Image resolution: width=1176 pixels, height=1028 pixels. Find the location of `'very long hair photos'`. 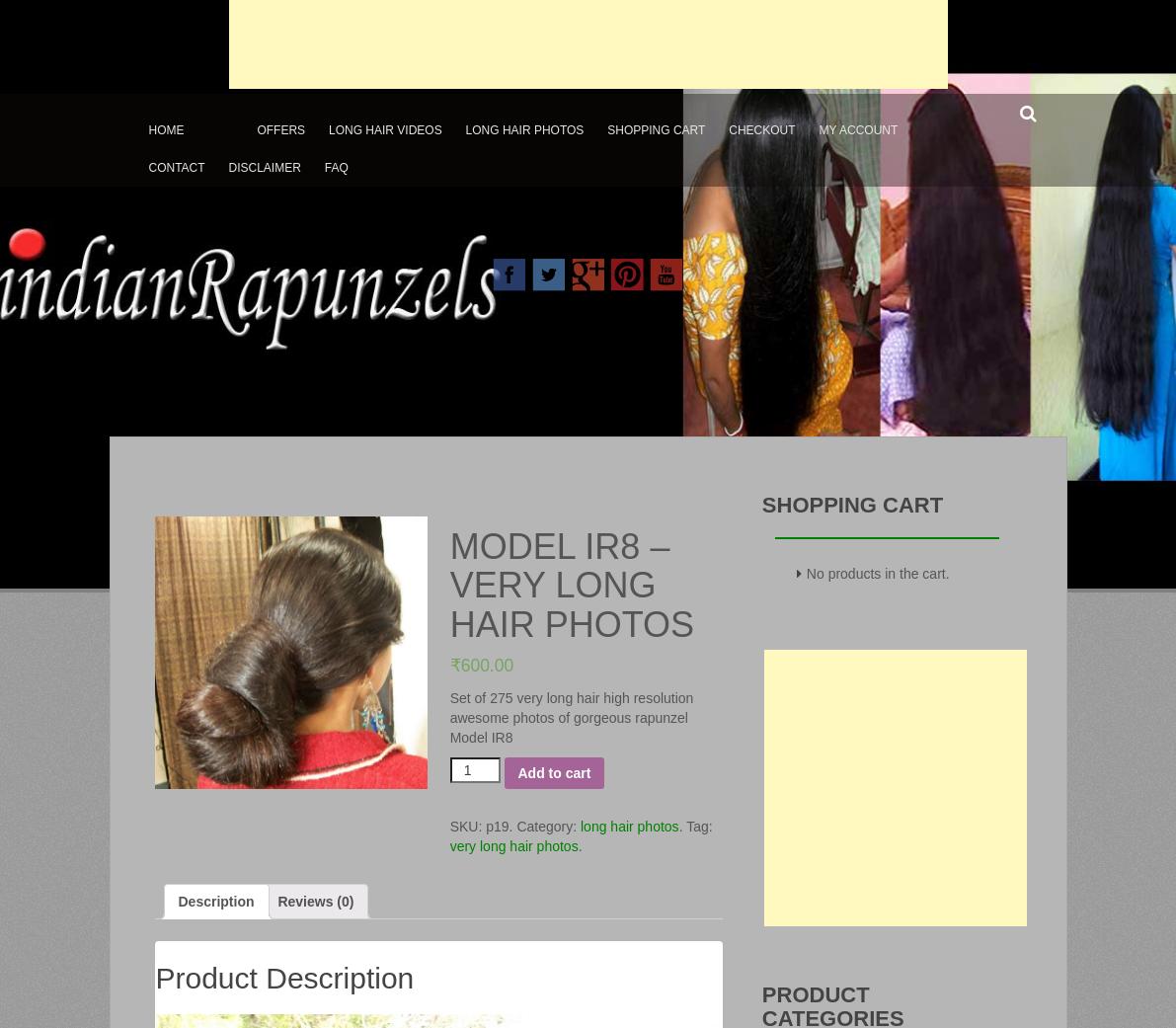

'very long hair photos' is located at coordinates (511, 844).